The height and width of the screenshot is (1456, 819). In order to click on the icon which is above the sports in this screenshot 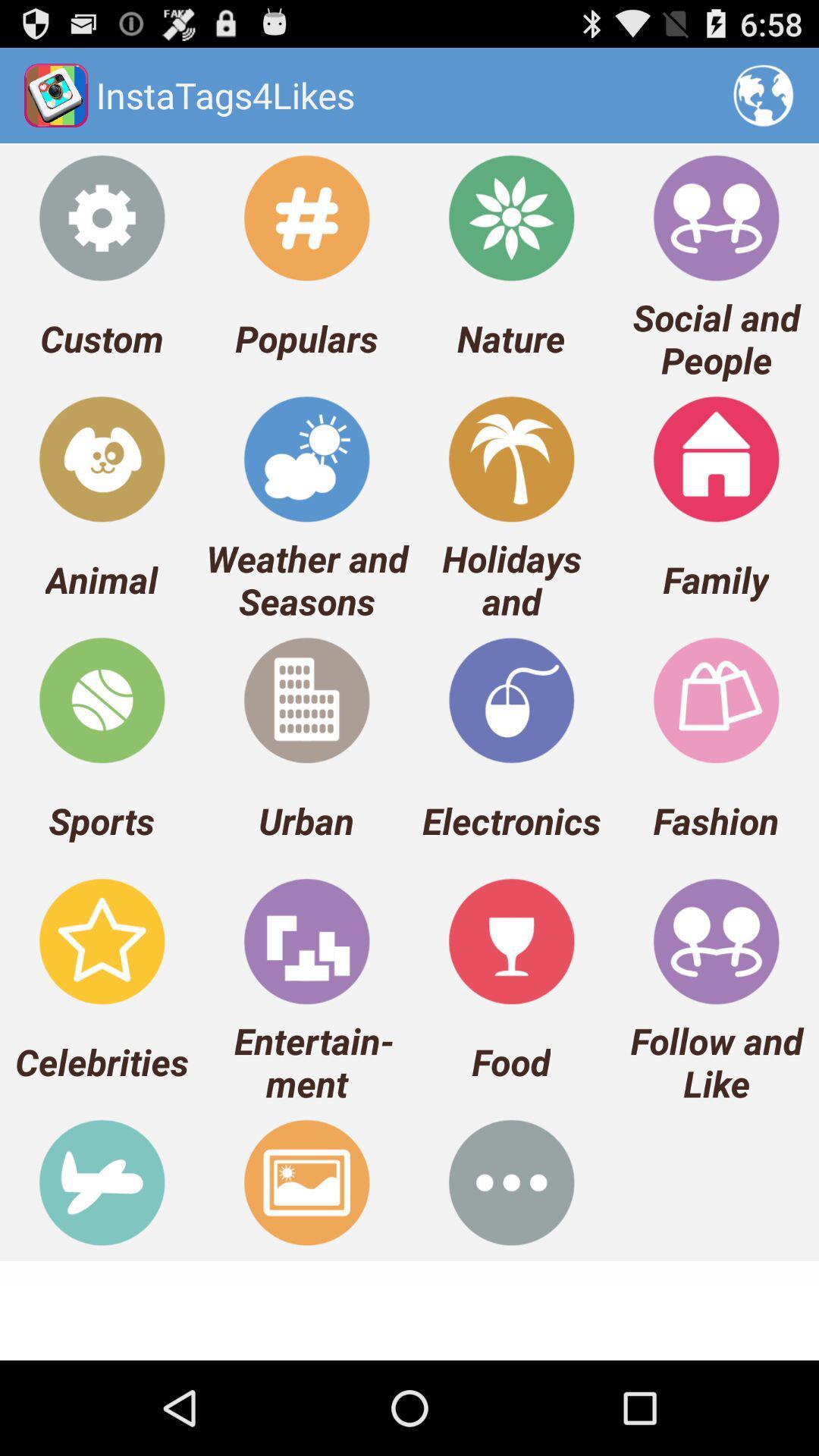, I will do `click(102, 699)`.